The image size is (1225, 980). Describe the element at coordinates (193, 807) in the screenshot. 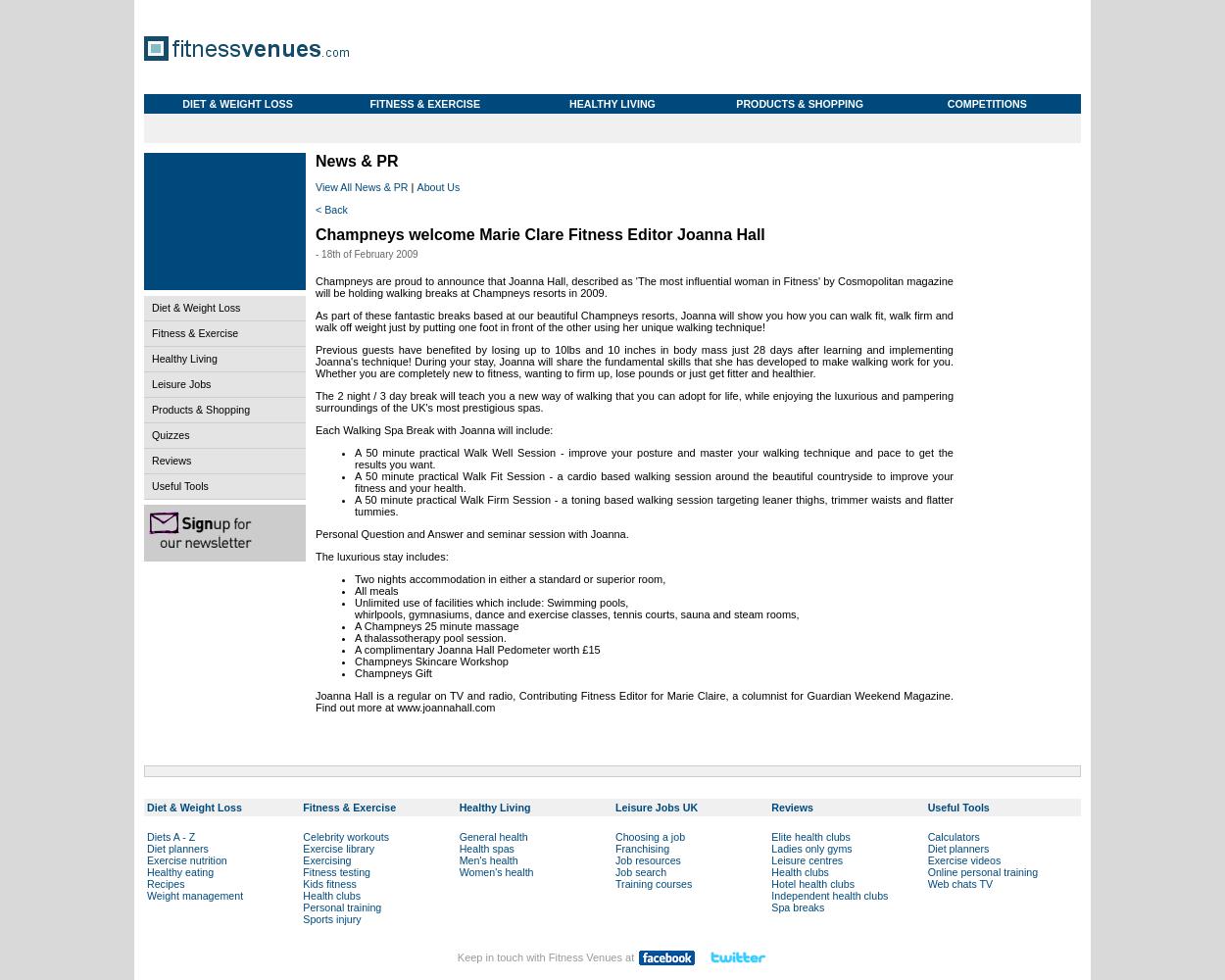

I see `'Diet 
            & Weight Loss'` at that location.